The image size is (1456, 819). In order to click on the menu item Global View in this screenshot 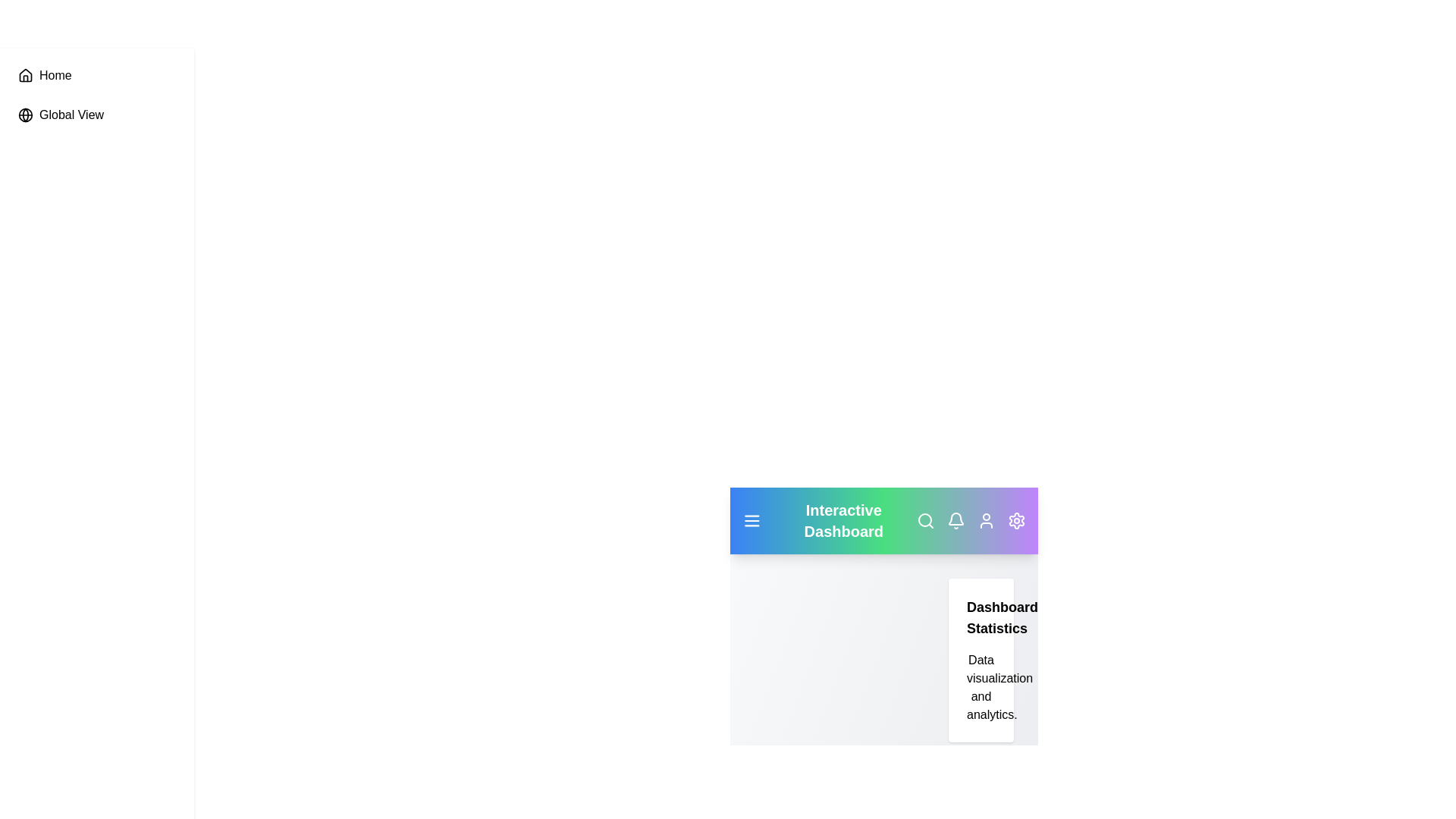, I will do `click(96, 114)`.